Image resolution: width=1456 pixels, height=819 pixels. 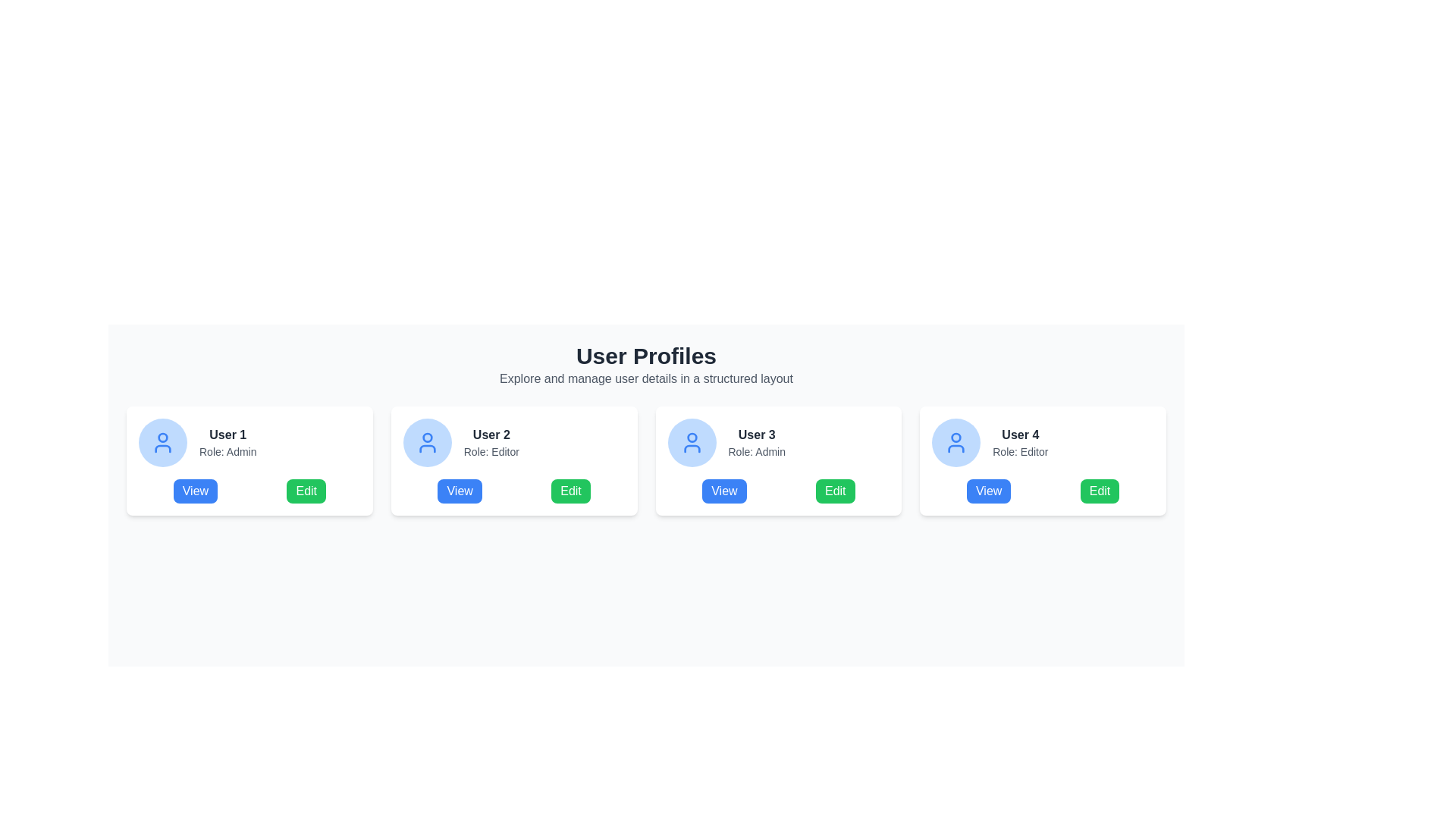 I want to click on the informational text display that shows the name and role of an individual (User 1, Admin) in the first user profile card, located above the 'View' and 'Edit' buttons, so click(x=249, y=442).